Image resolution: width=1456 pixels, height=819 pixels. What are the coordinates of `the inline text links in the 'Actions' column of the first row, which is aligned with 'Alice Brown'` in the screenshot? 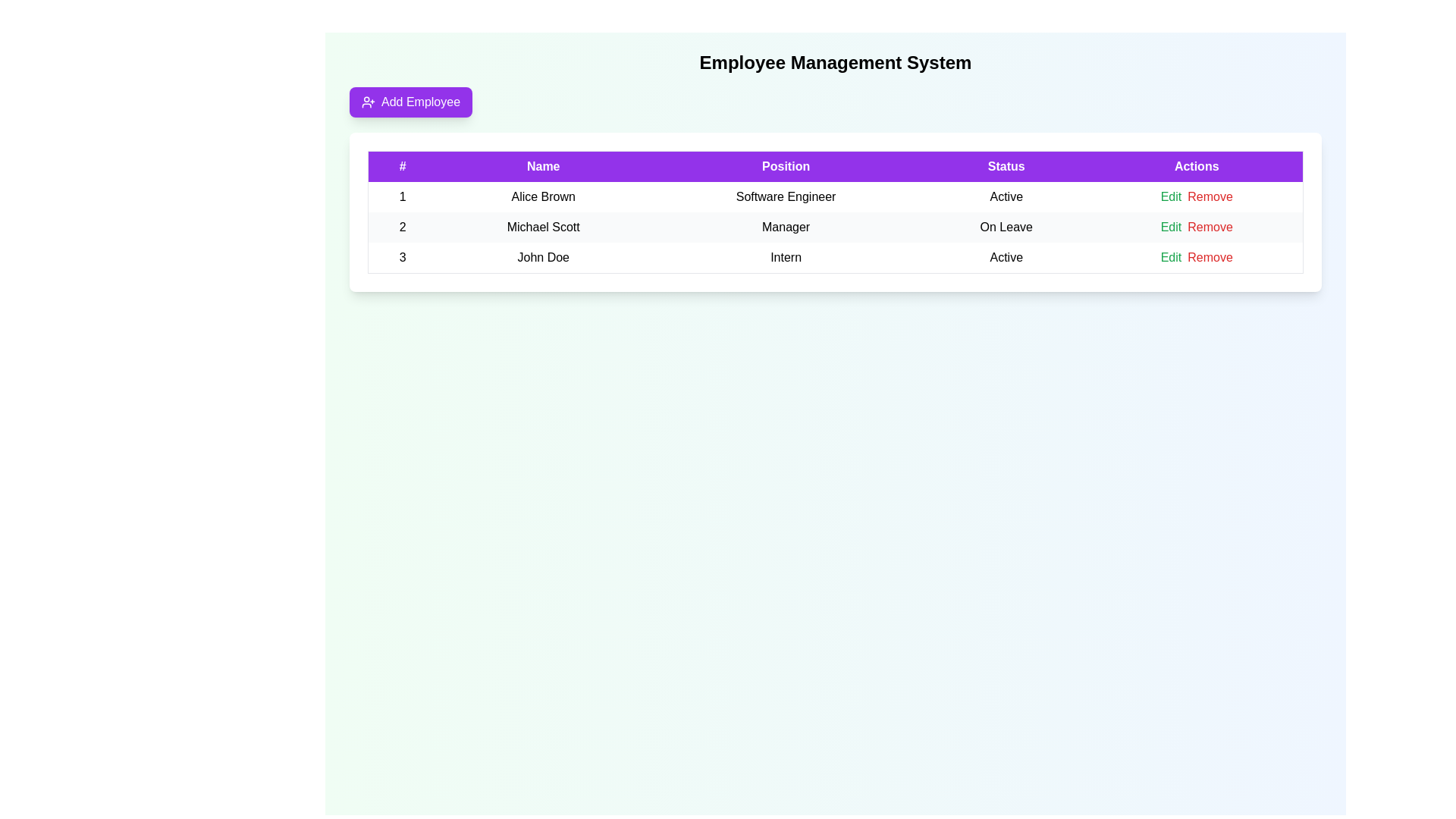 It's located at (1196, 196).